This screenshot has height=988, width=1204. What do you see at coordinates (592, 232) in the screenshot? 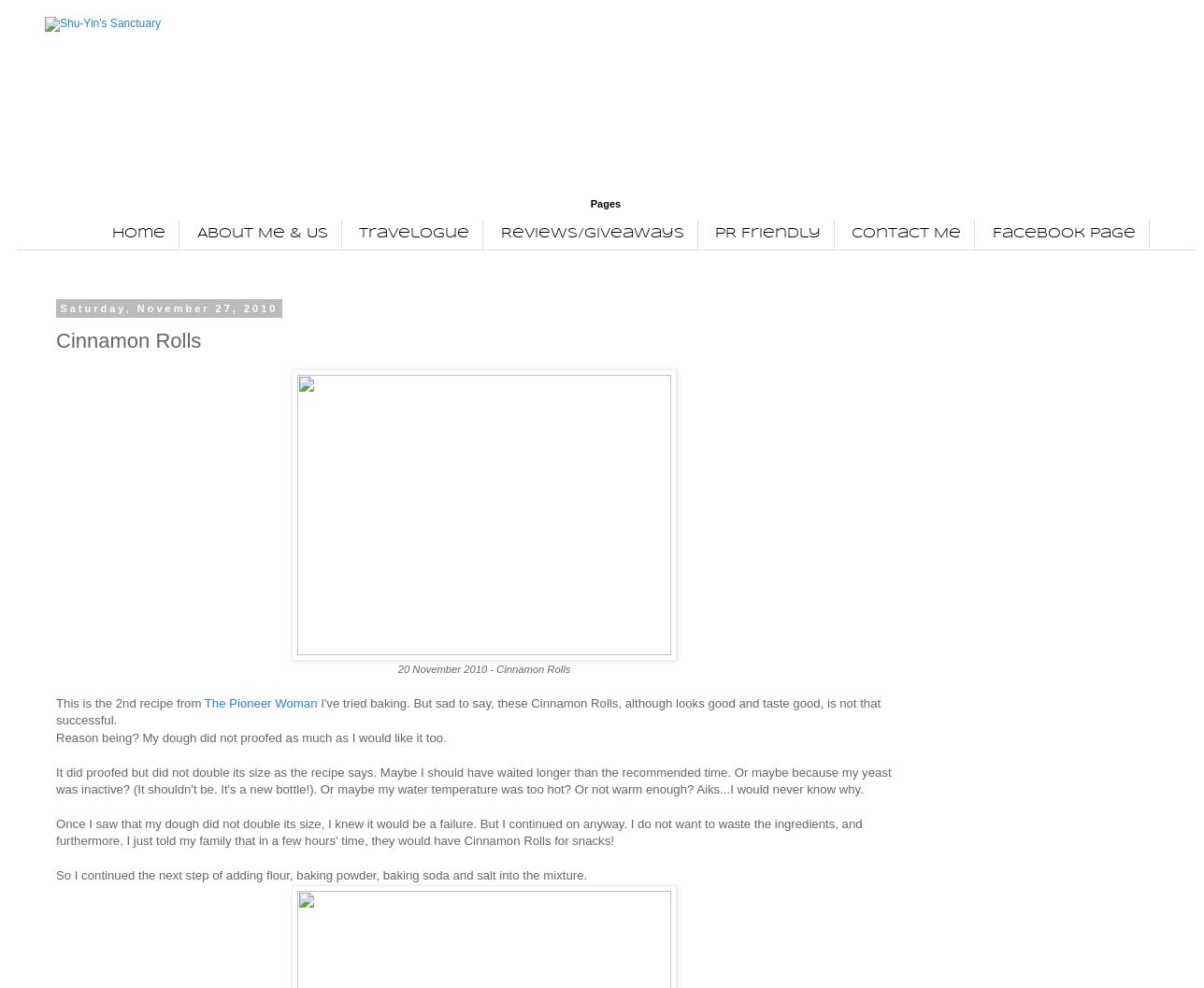
I see `'Reviews/Giveaways'` at bounding box center [592, 232].